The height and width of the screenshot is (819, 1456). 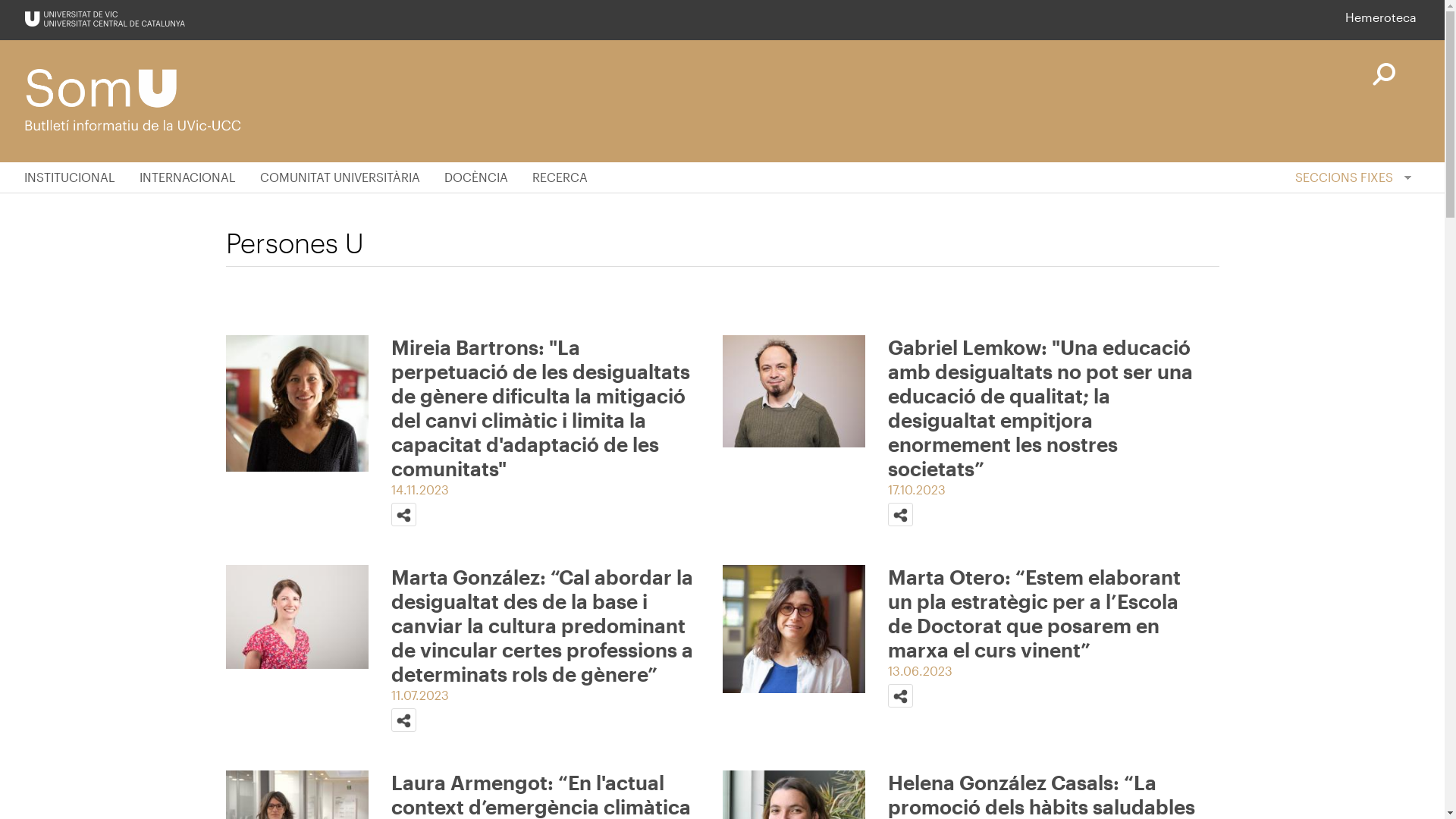 What do you see at coordinates (104, 18) in the screenshot?
I see `'www.uvic-ucc.cat'` at bounding box center [104, 18].